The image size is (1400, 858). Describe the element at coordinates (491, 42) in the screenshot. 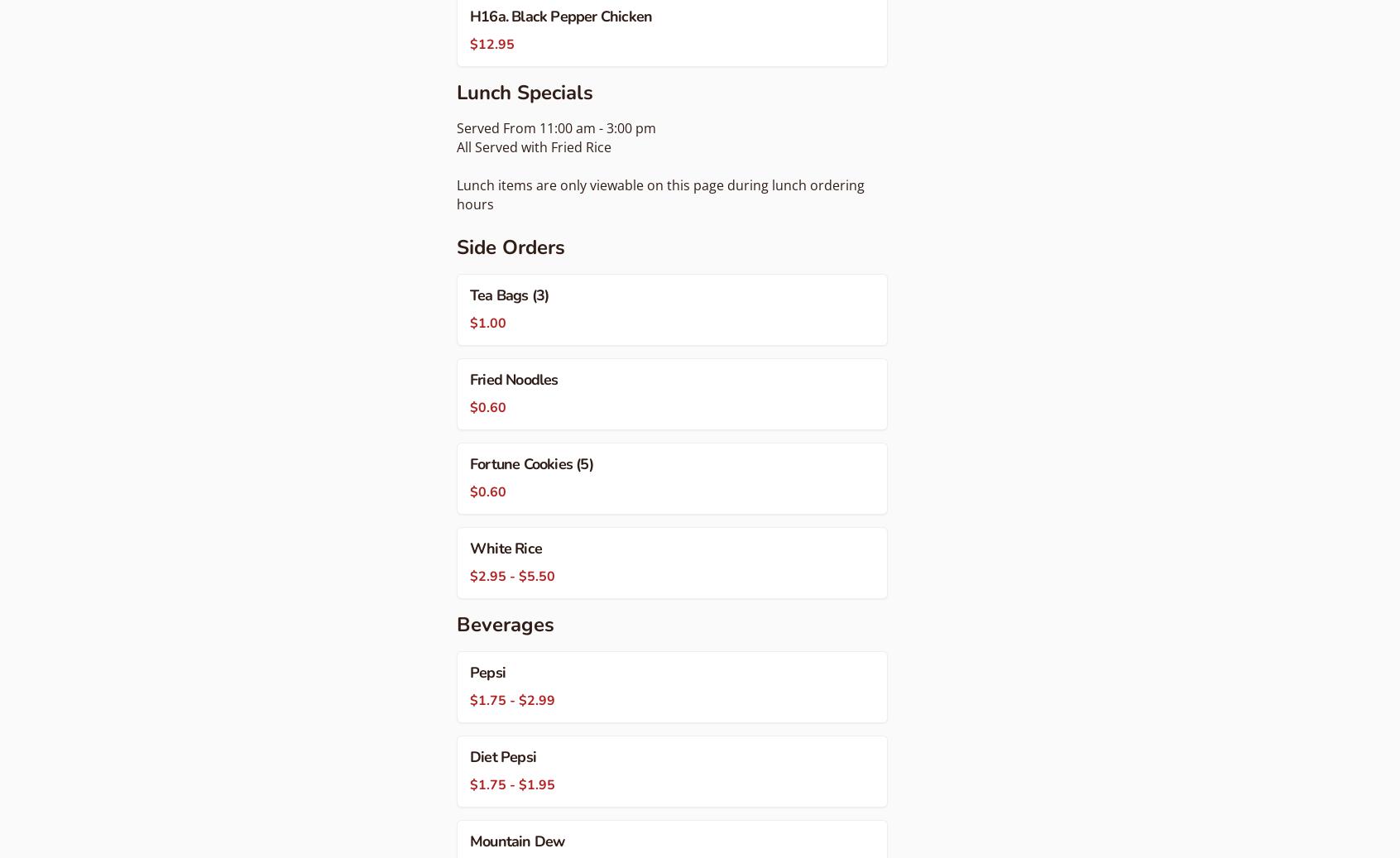

I see `'$12.95'` at that location.